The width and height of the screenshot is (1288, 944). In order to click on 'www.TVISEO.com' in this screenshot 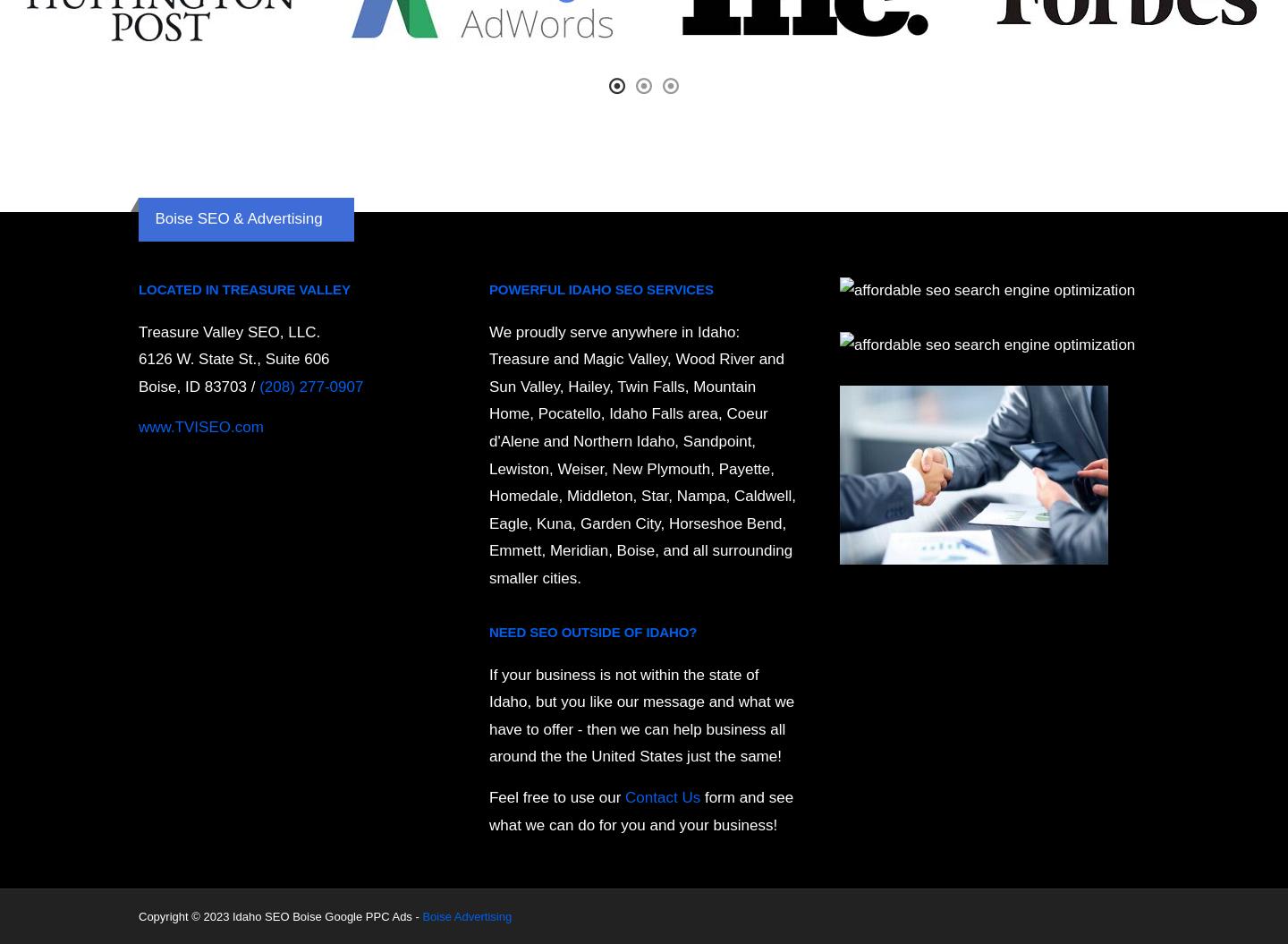, I will do `click(200, 427)`.